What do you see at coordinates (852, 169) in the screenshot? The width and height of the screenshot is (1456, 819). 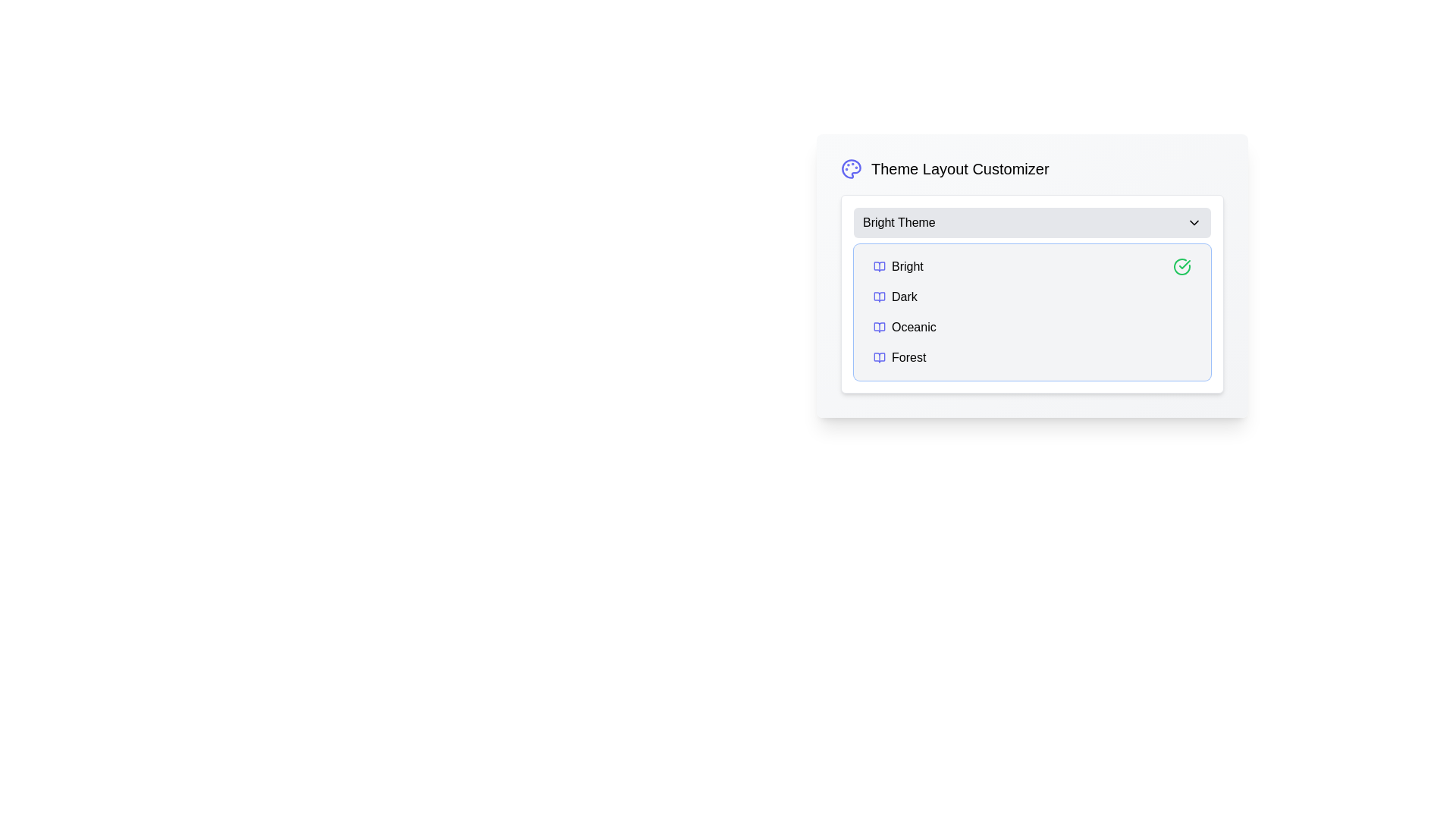 I see `the Decorative SVG Icon resembling a painter's palette located at the top-left corner of the interface near the 'Theme Layout Customizer' label` at bounding box center [852, 169].